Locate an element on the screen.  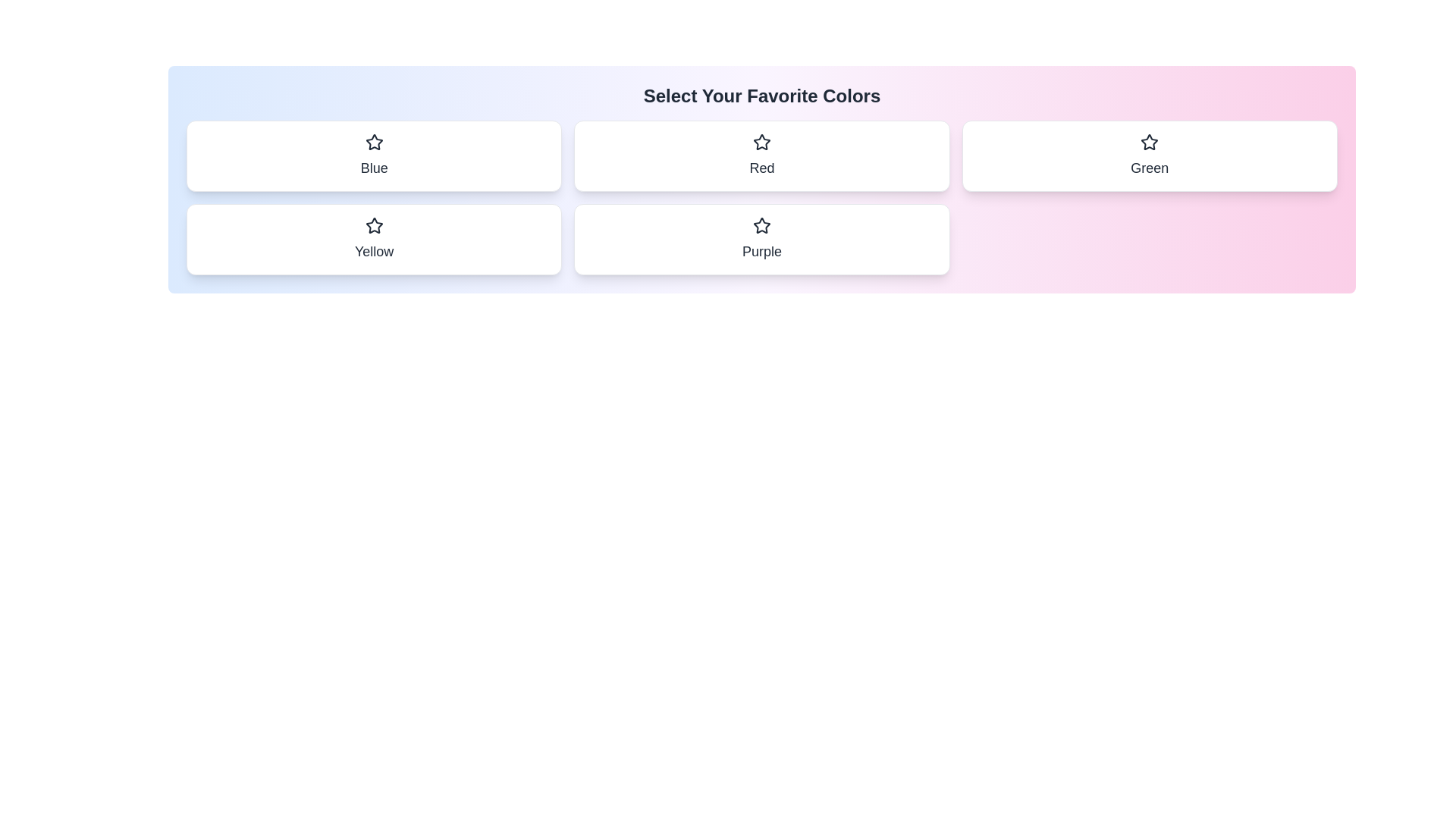
the color chip Purple is located at coordinates (761, 239).